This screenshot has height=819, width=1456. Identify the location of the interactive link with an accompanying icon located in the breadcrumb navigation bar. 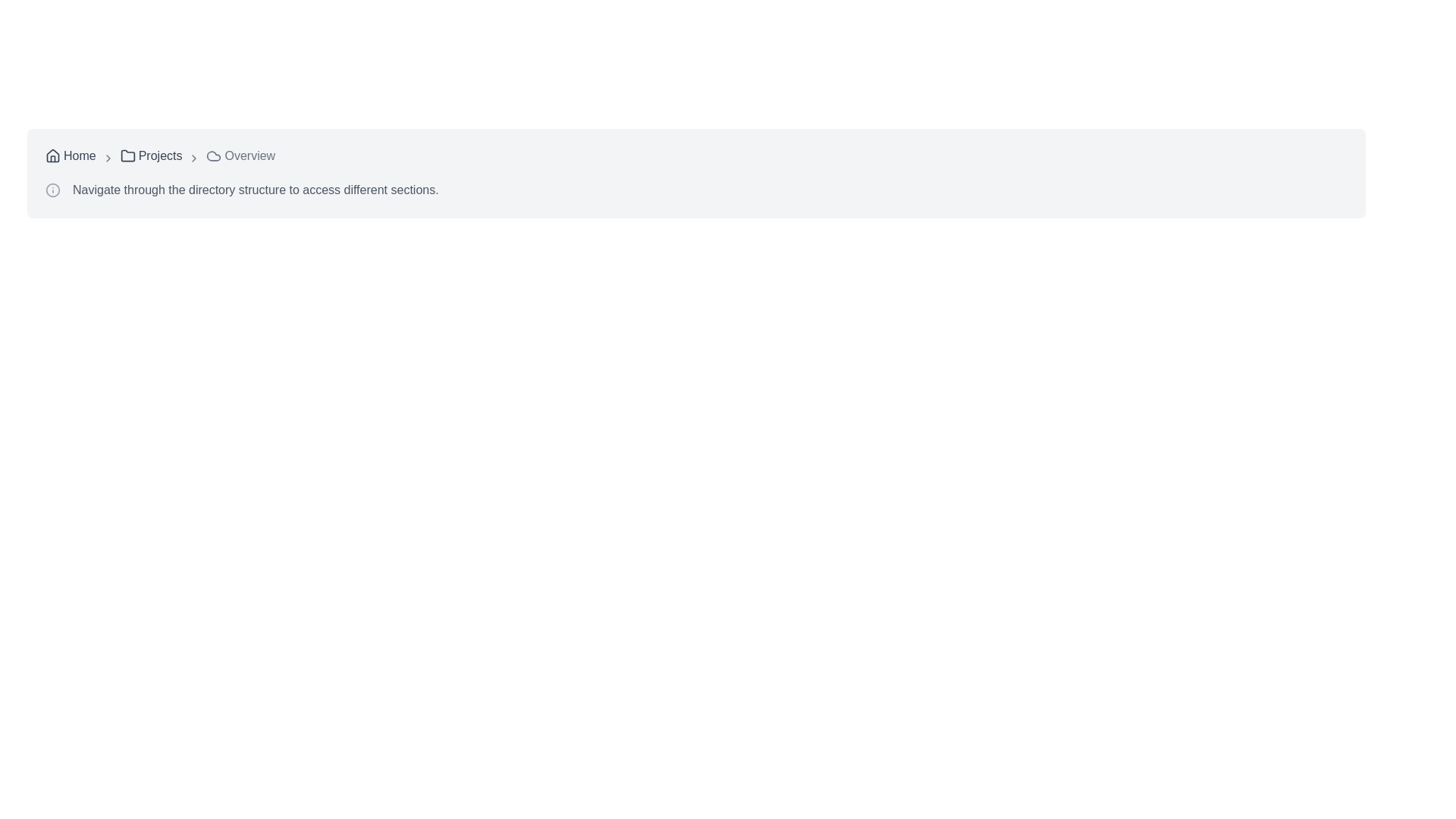
(151, 155).